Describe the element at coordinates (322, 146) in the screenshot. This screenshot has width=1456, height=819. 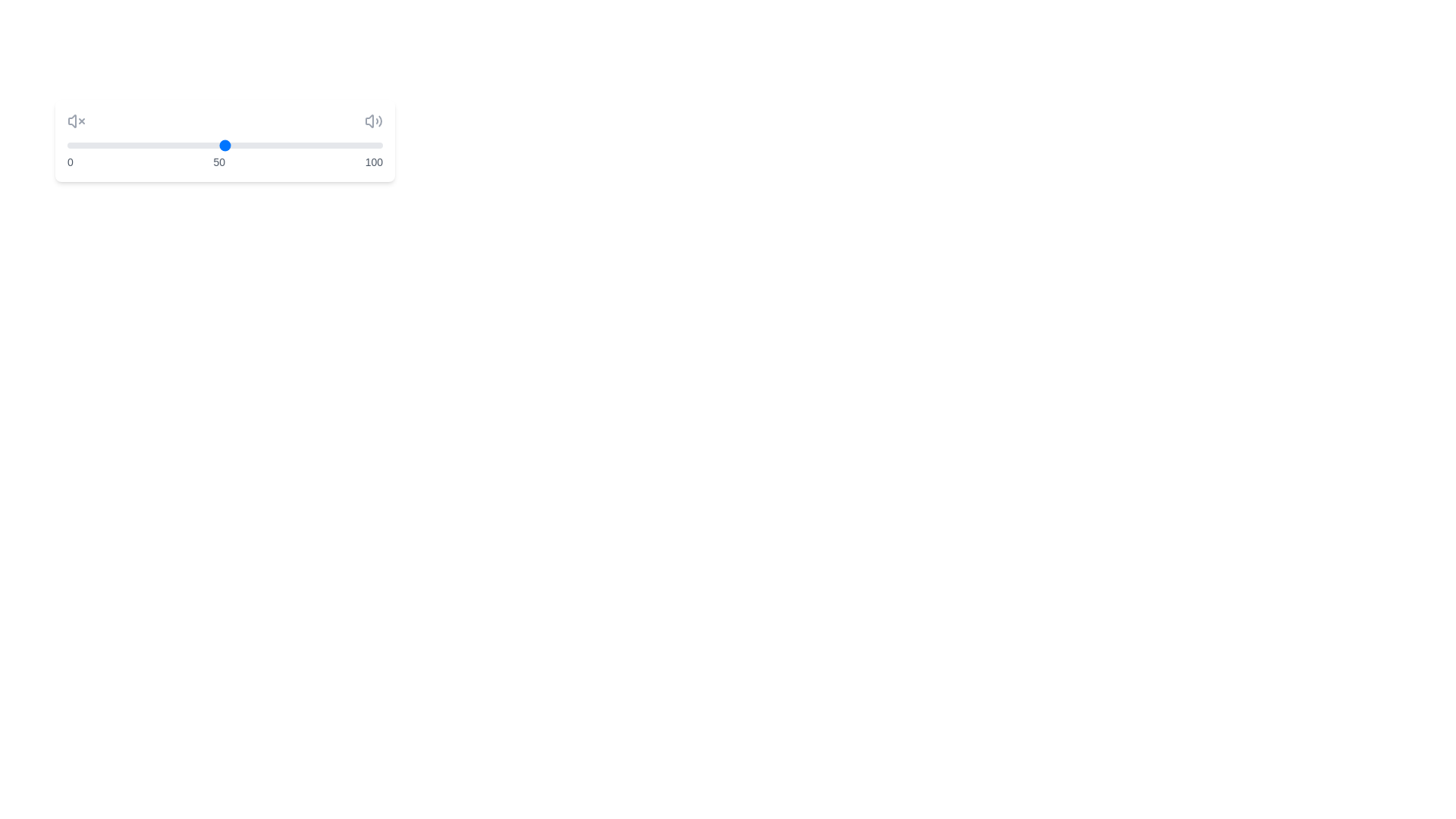
I see `the slider to set the volume to 81%` at that location.